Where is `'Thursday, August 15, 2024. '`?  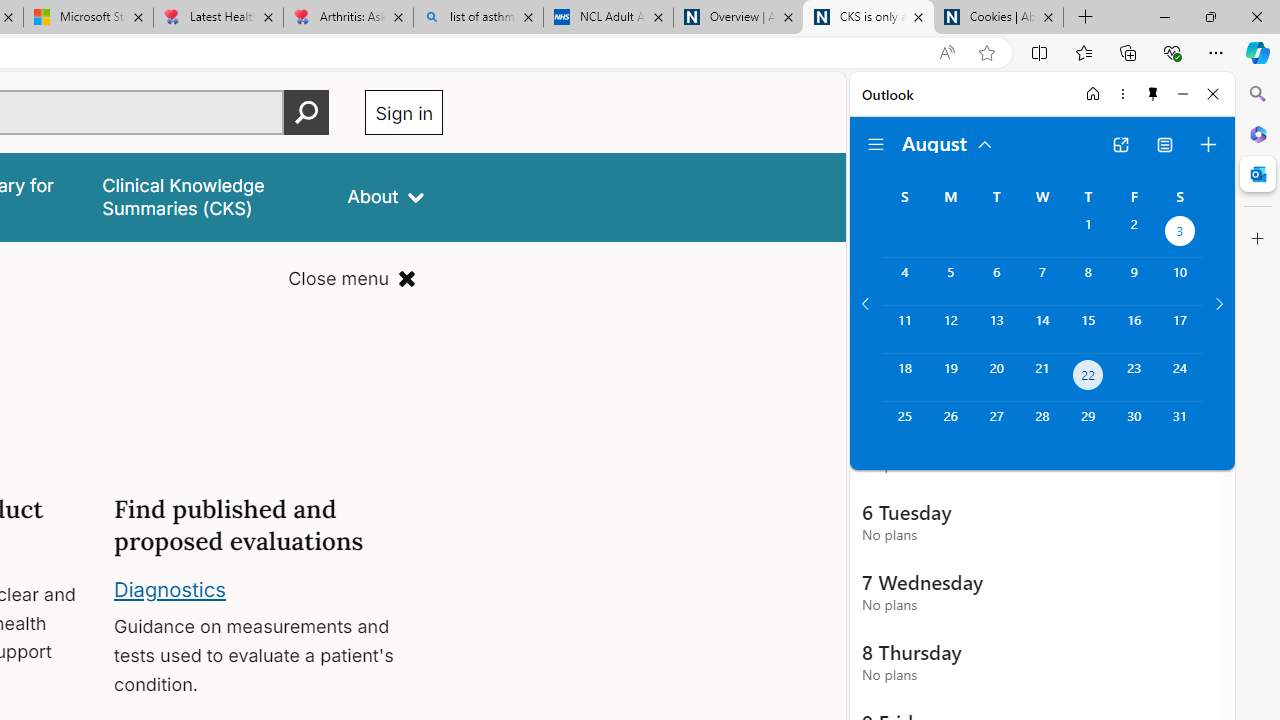
'Thursday, August 15, 2024. ' is located at coordinates (1087, 328).